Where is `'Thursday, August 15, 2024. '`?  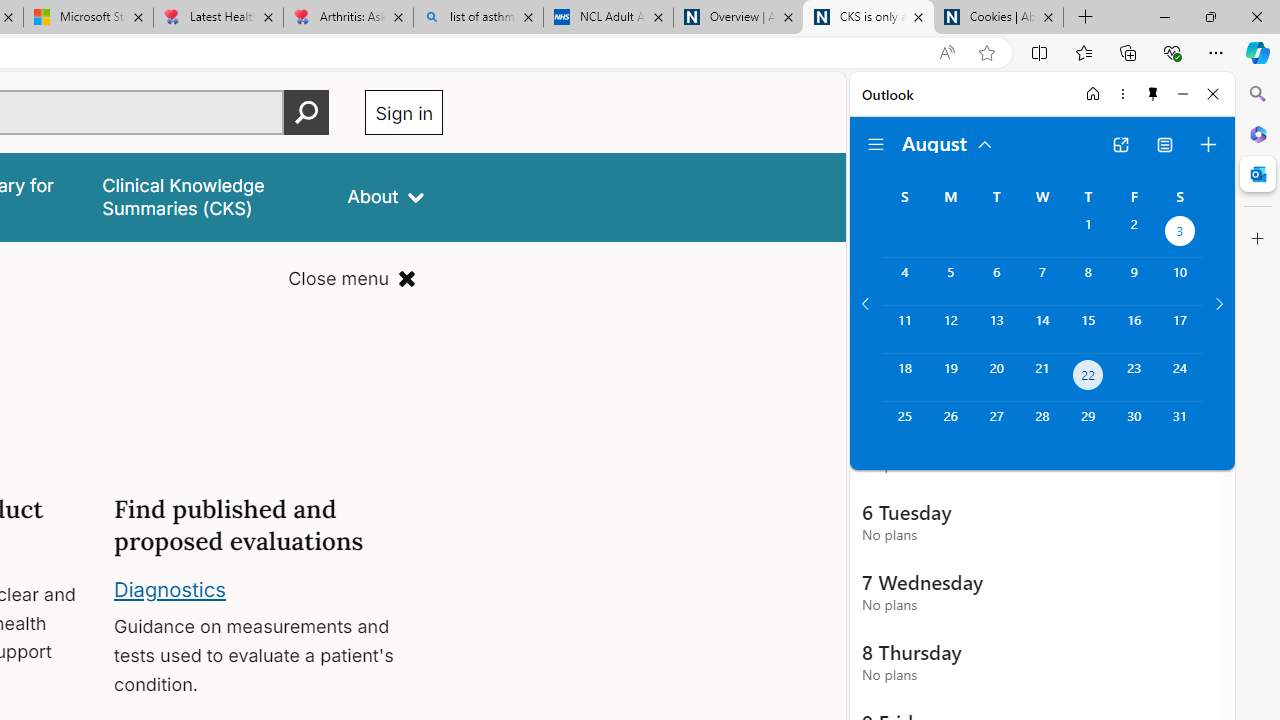
'Thursday, August 15, 2024. ' is located at coordinates (1087, 328).